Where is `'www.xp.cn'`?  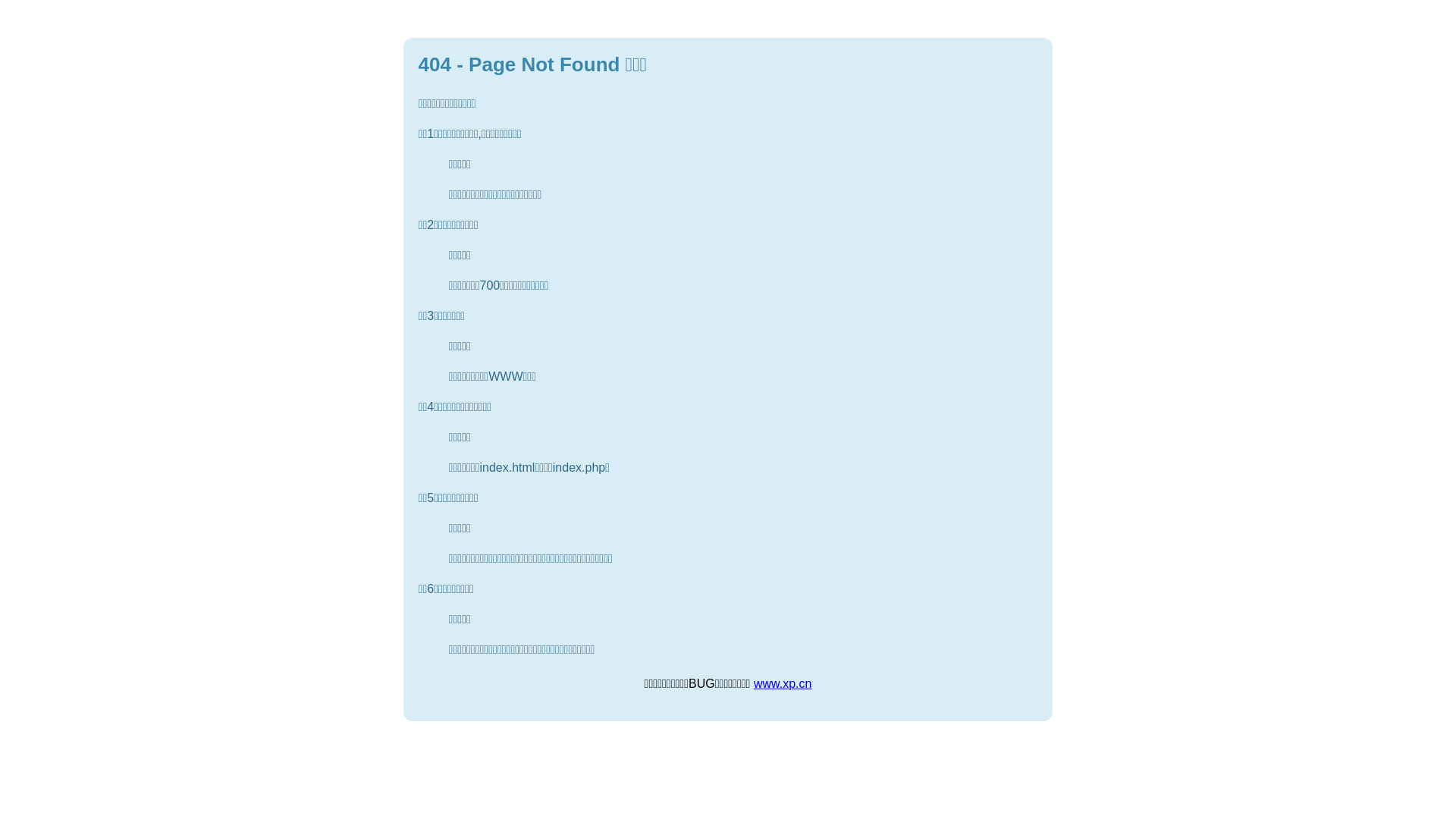 'www.xp.cn' is located at coordinates (783, 683).